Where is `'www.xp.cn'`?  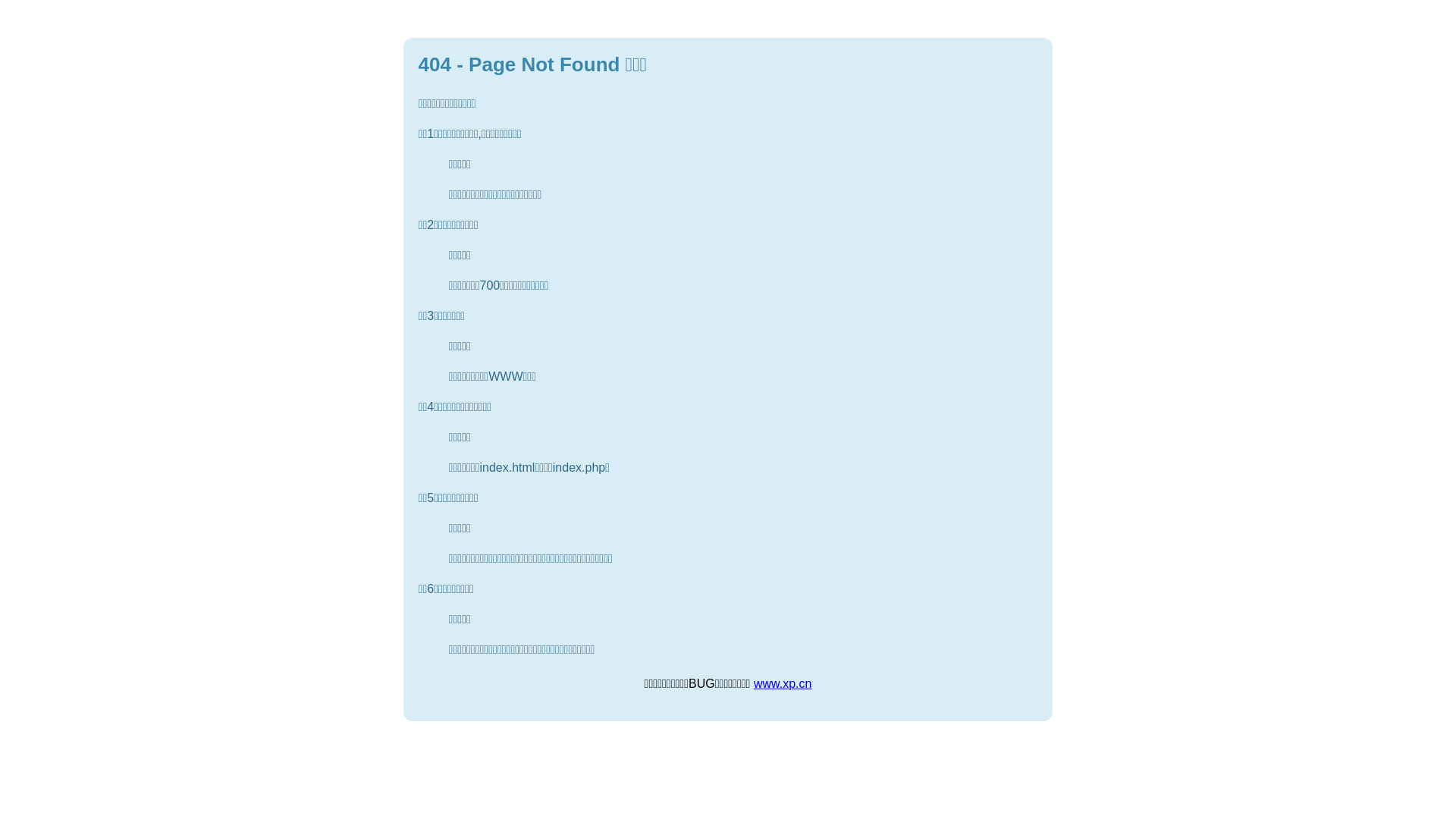 'www.xp.cn' is located at coordinates (783, 683).